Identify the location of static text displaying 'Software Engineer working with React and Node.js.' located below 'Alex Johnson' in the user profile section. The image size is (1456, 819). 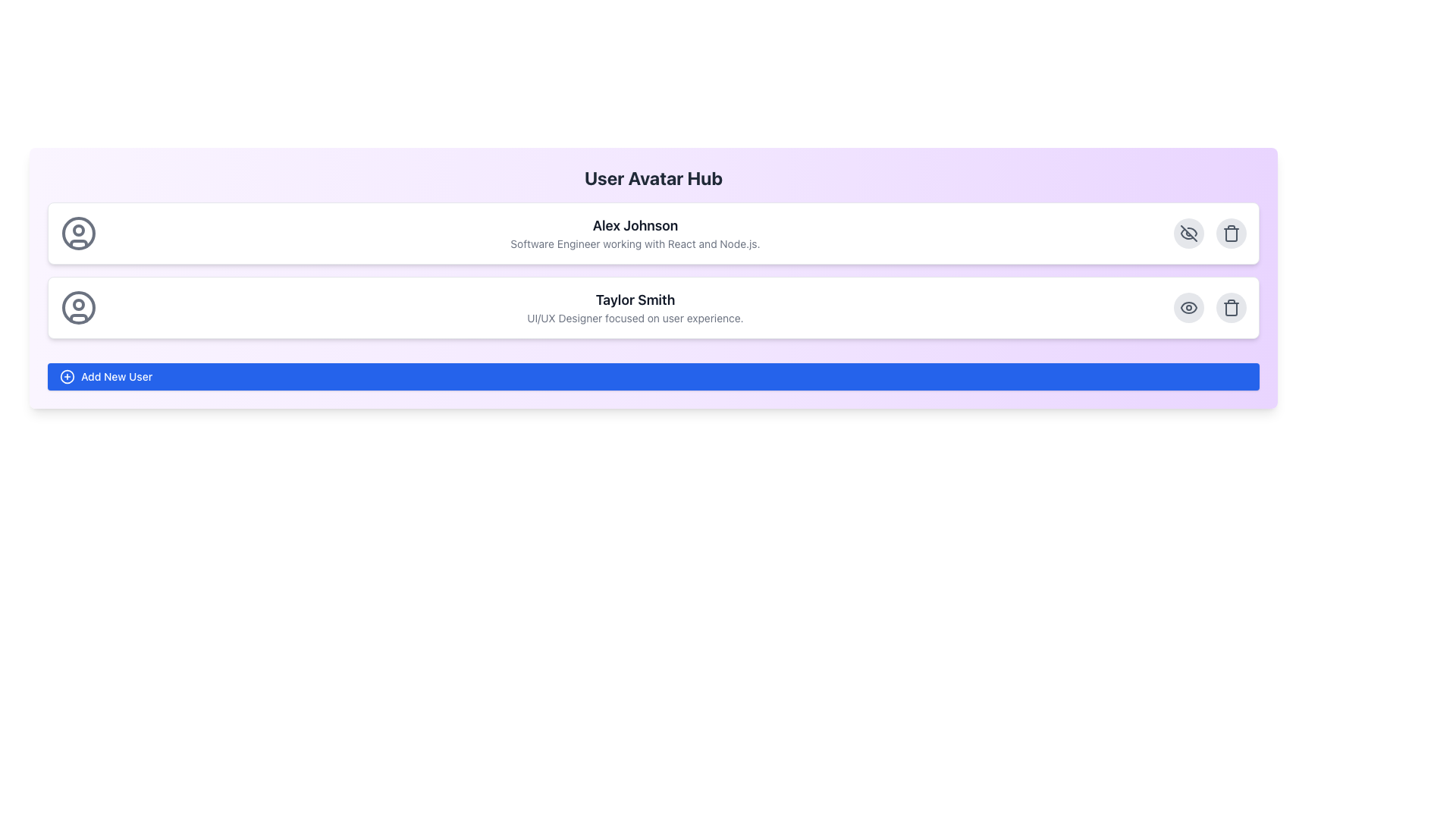
(635, 243).